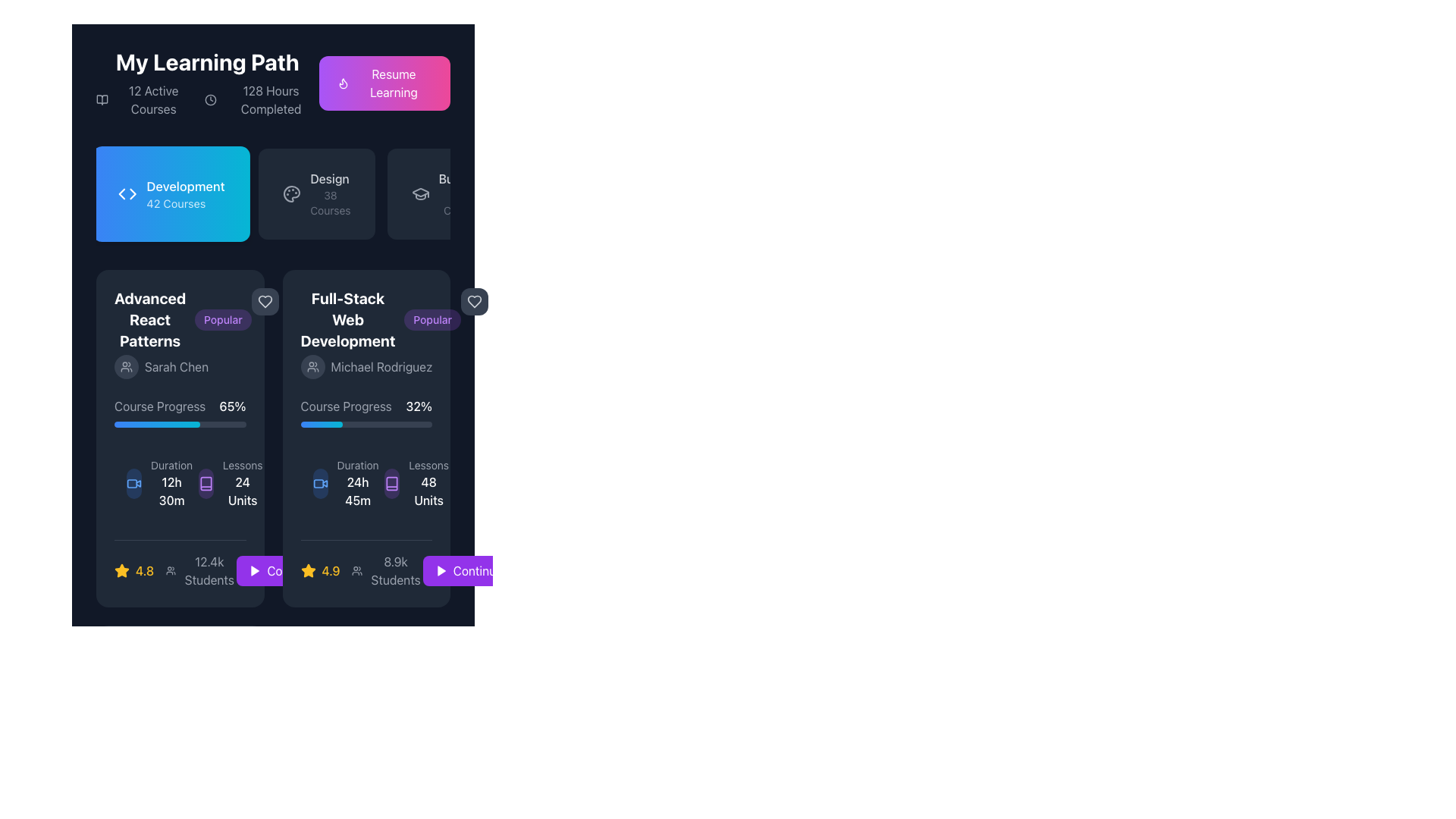 The image size is (1456, 819). I want to click on the Text Label displaying '8.9k Students', which is located at the bottom of the 'Full-Stack Web Development' course card, below the rating stars and next to the 'Continue' button, so click(396, 570).